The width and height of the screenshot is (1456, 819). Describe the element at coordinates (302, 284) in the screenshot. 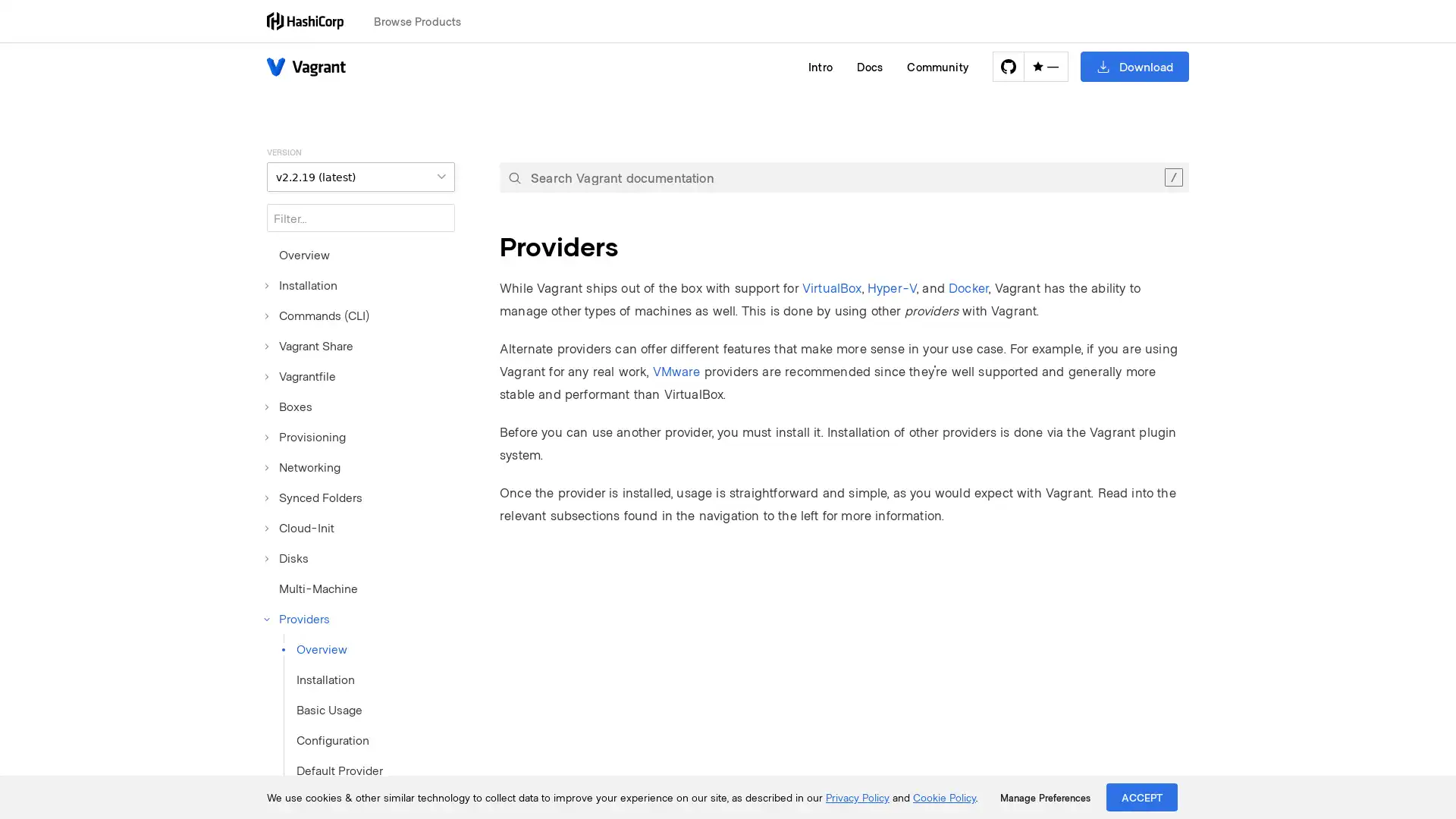

I see `Installation` at that location.